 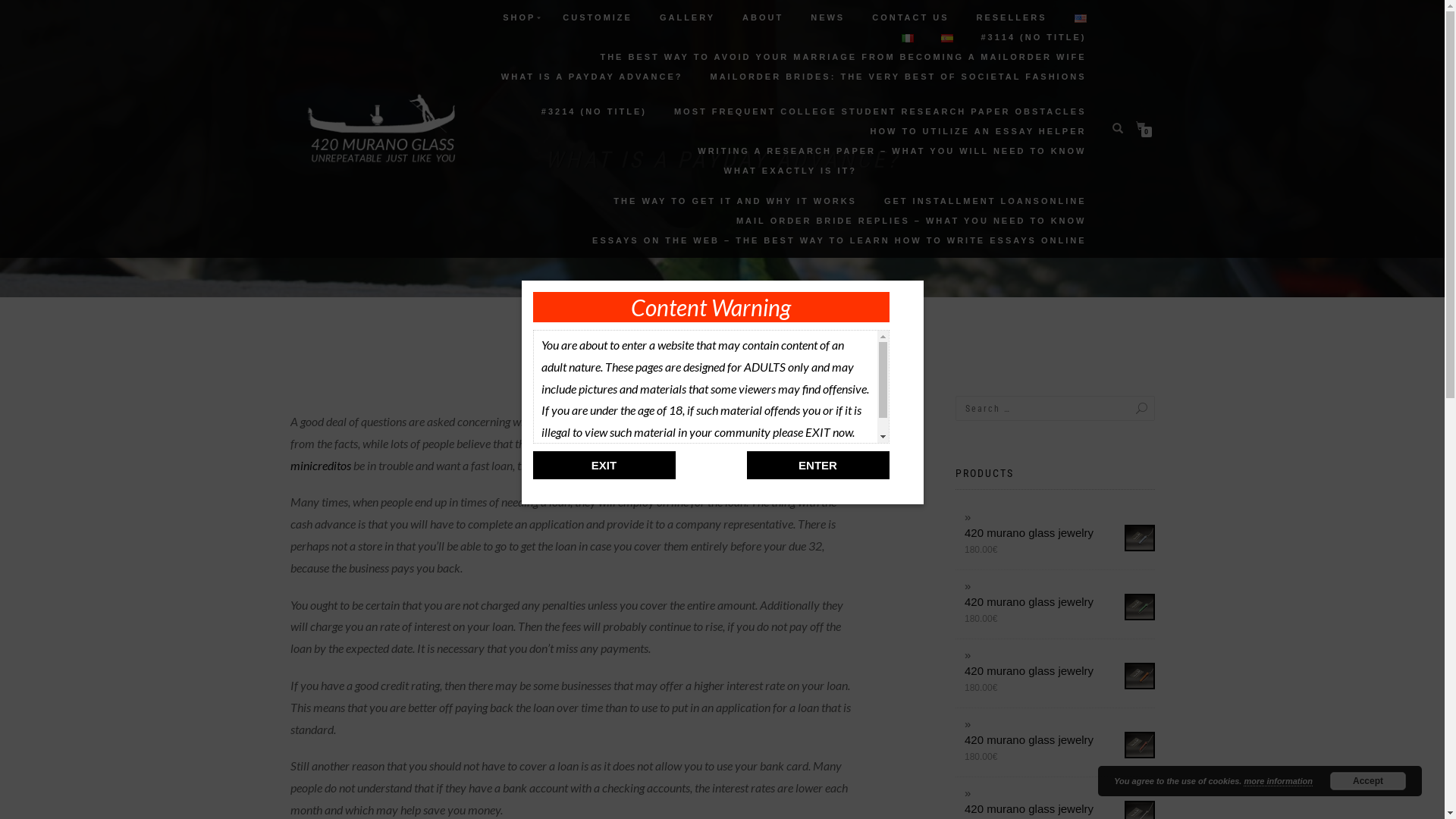 I want to click on 'Italiano (it_IT)', so click(x=907, y=37).